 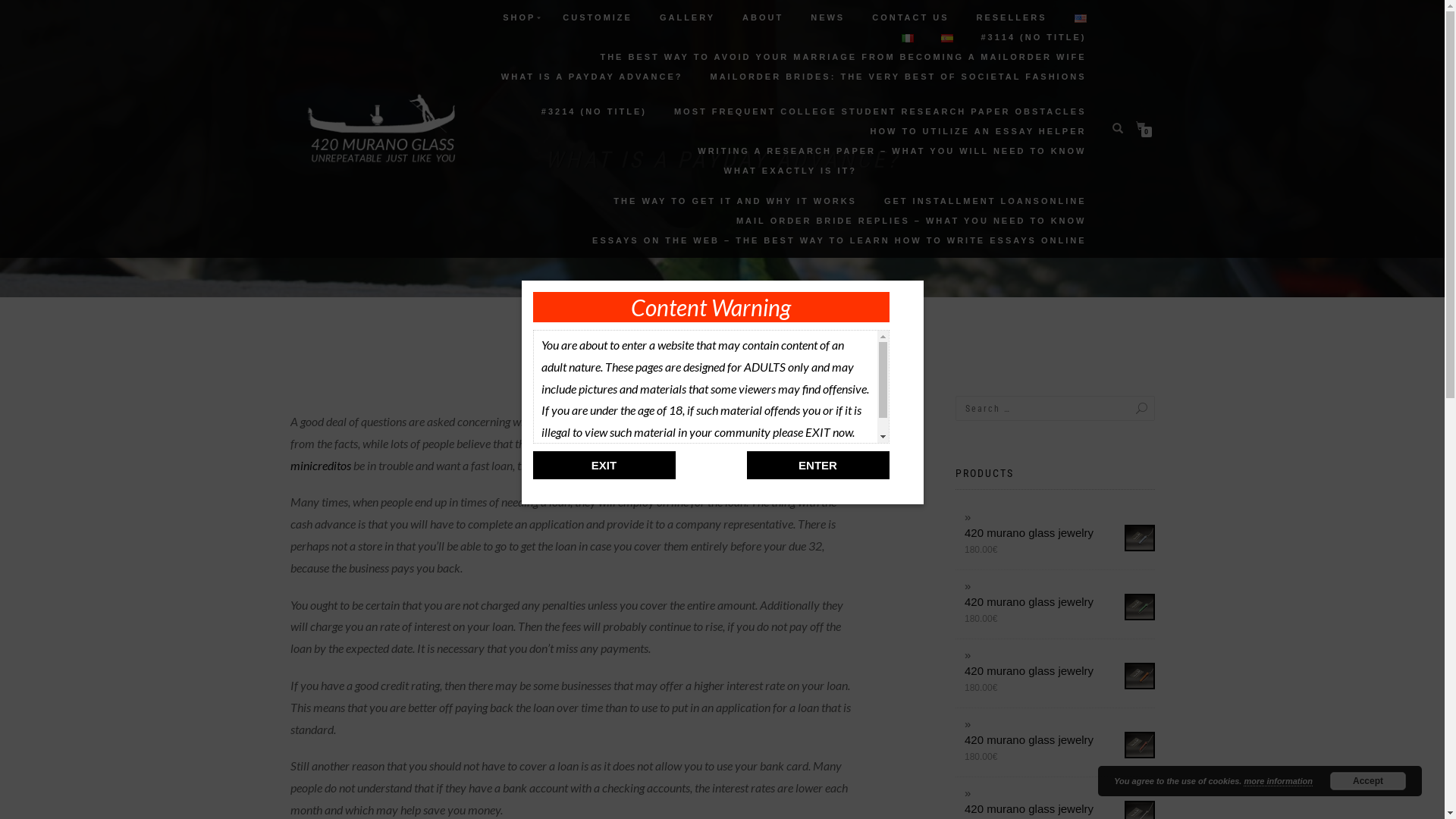 I want to click on 'Italiano (it_IT)', so click(x=907, y=37).